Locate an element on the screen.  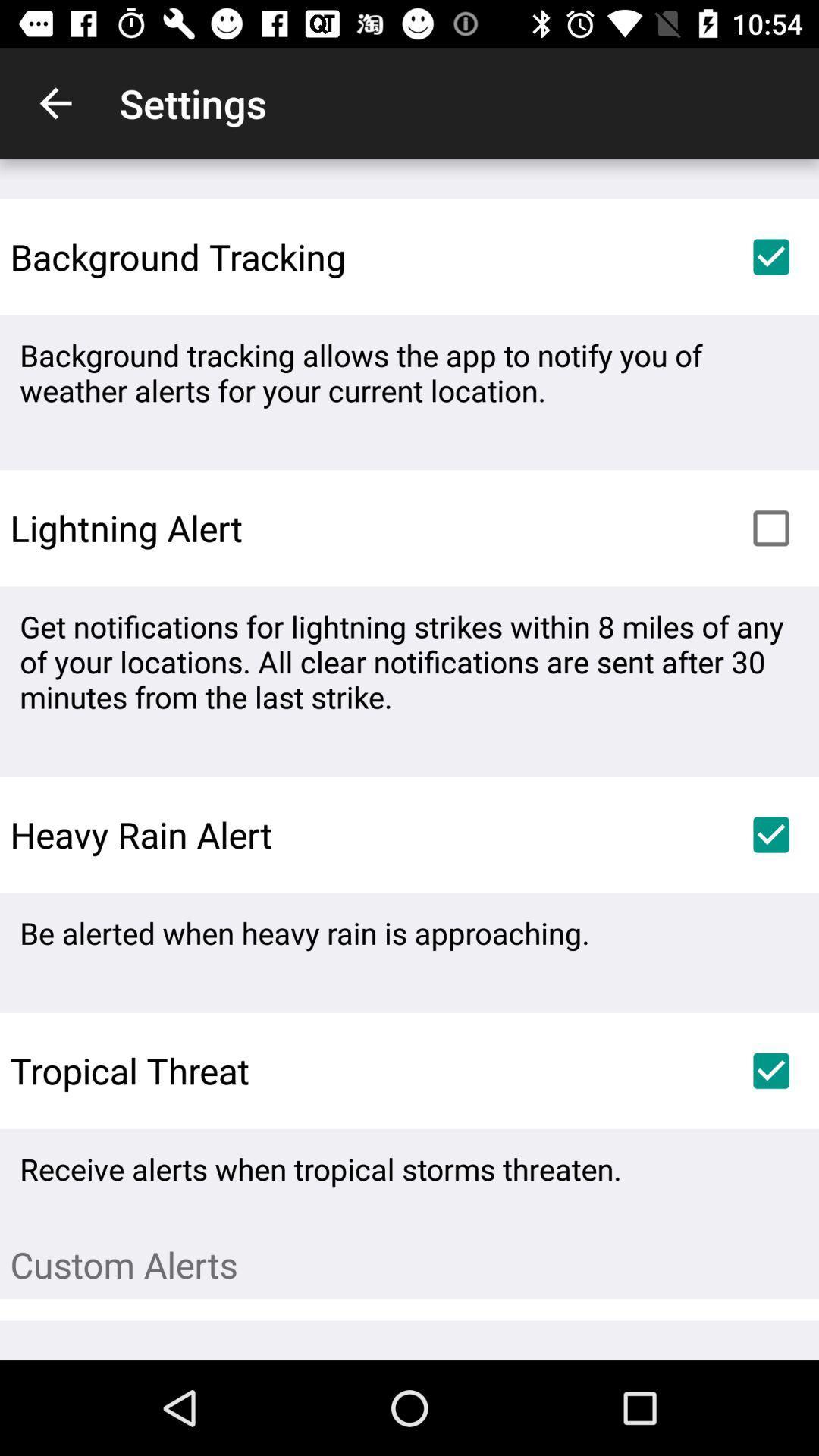
the item above get notifications for item is located at coordinates (771, 528).